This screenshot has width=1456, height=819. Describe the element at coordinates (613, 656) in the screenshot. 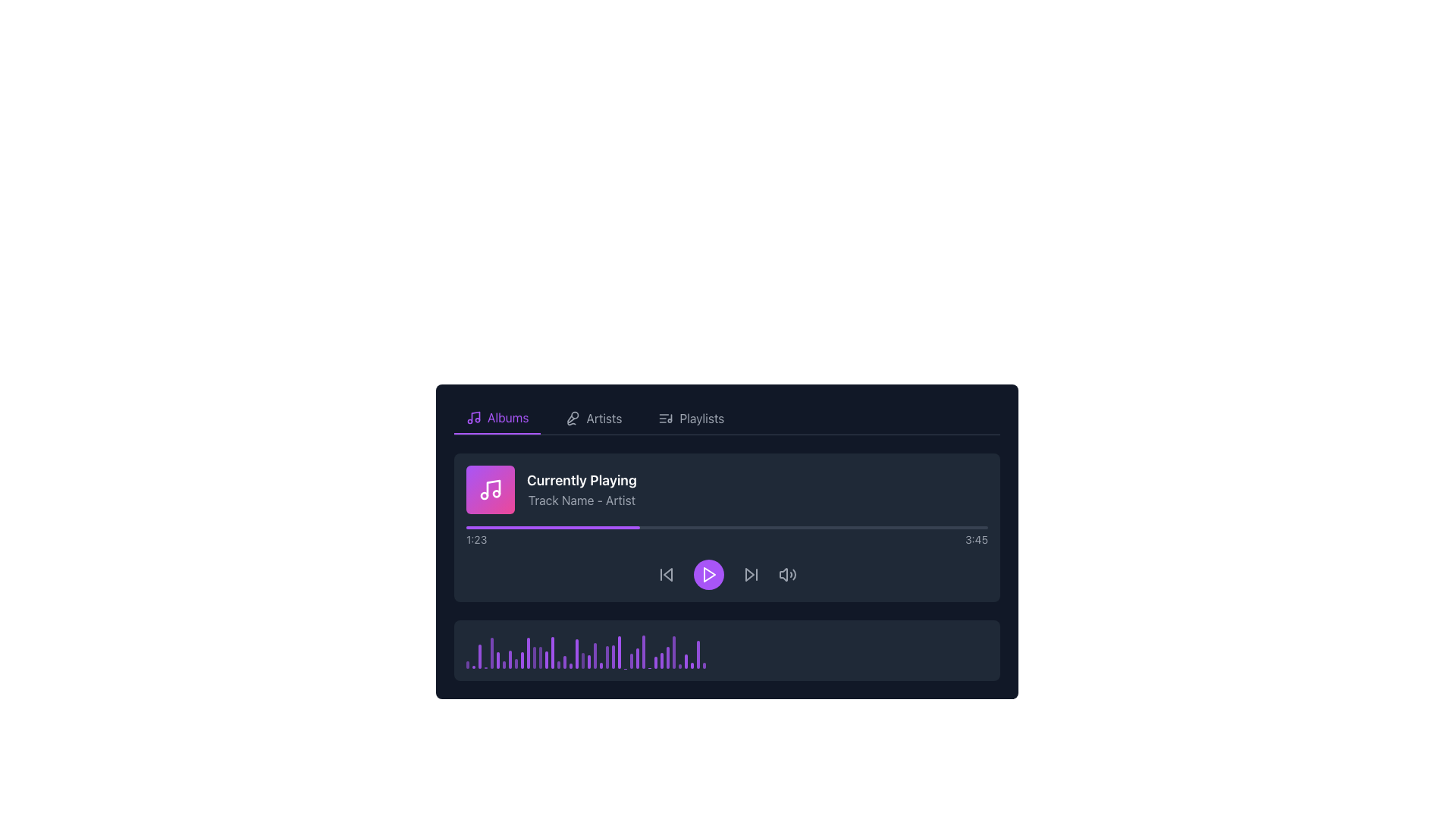

I see `the 25th progress bar segment in the audio visualization display at the bottom of the media player interface` at that location.